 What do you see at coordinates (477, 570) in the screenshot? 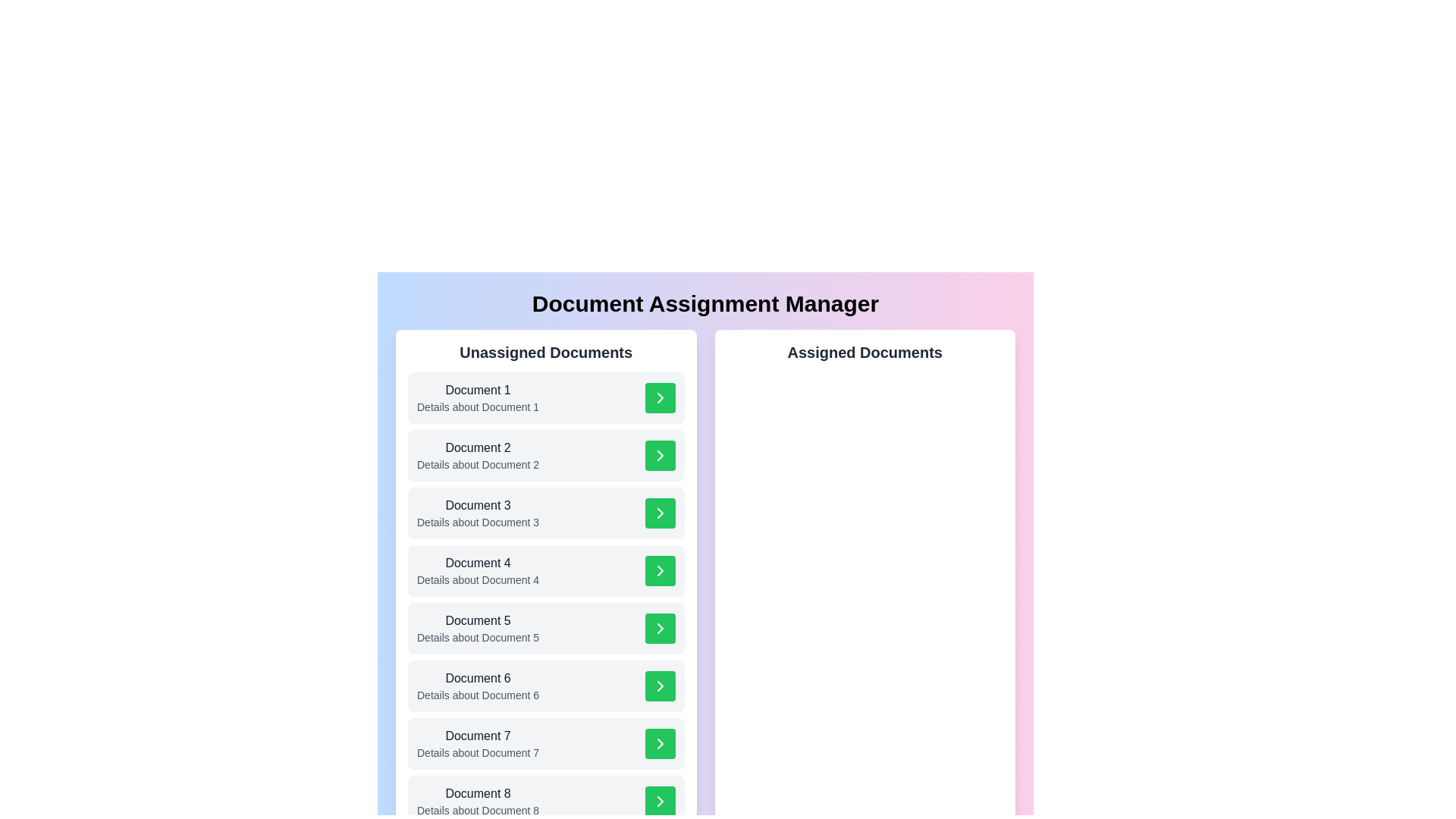
I see `the informational label providing details about 'Document 4', located in the vertical list under 'Unassigned Documents'` at bounding box center [477, 570].